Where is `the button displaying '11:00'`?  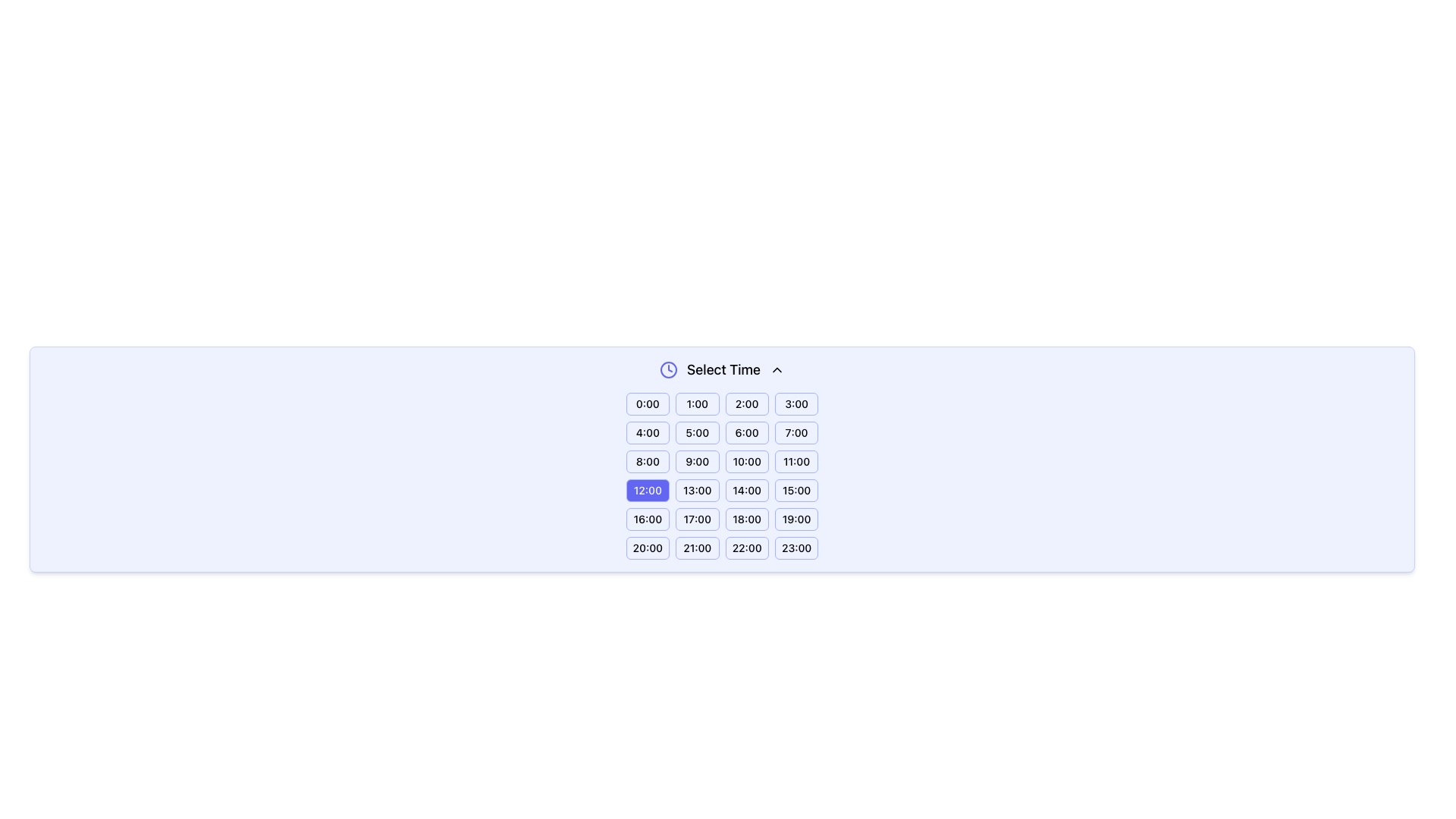
the button displaying '11:00' is located at coordinates (795, 461).